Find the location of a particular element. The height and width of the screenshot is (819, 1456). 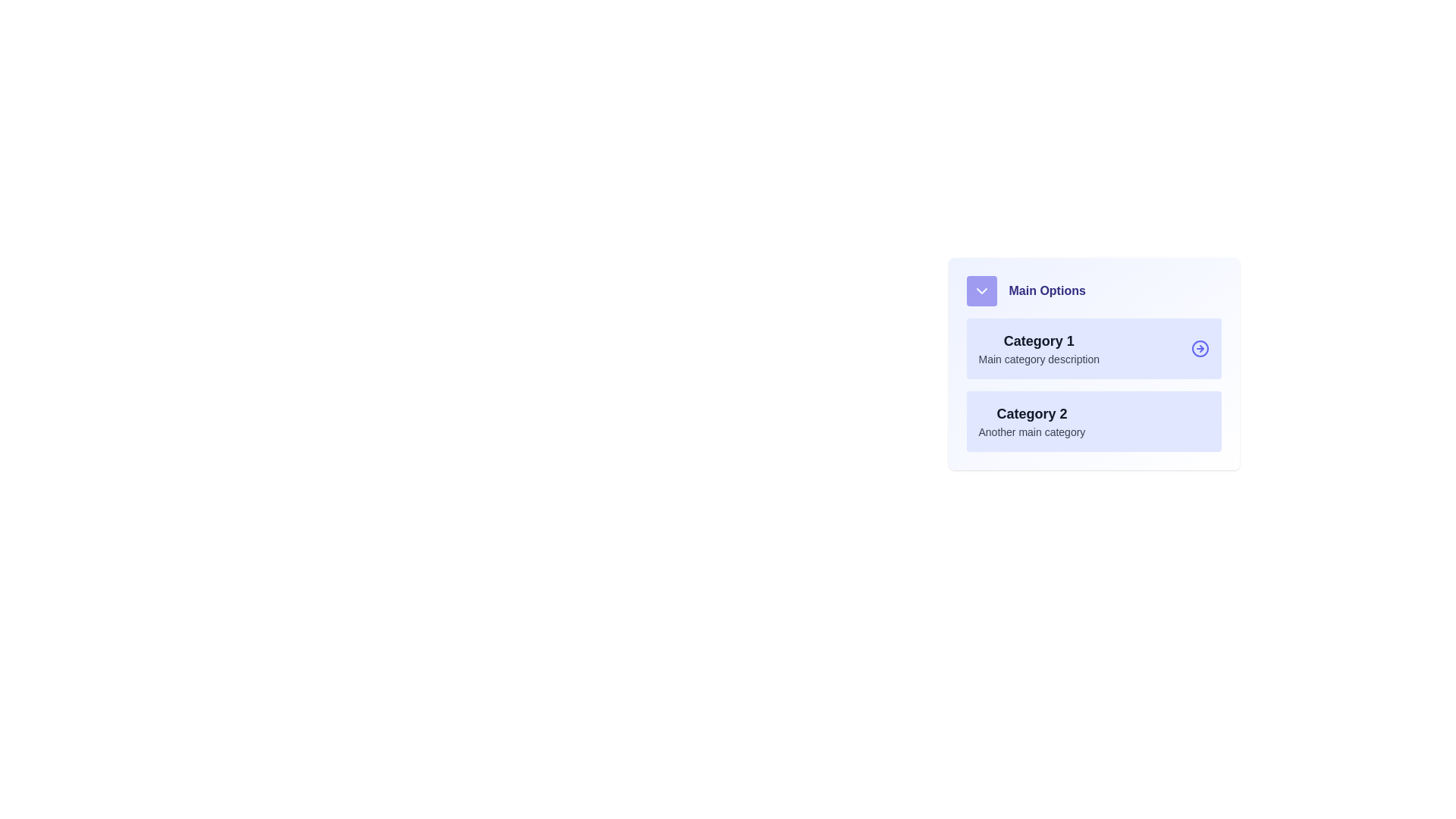

the second selectable item in the 'Main Options' section is located at coordinates (1031, 421).